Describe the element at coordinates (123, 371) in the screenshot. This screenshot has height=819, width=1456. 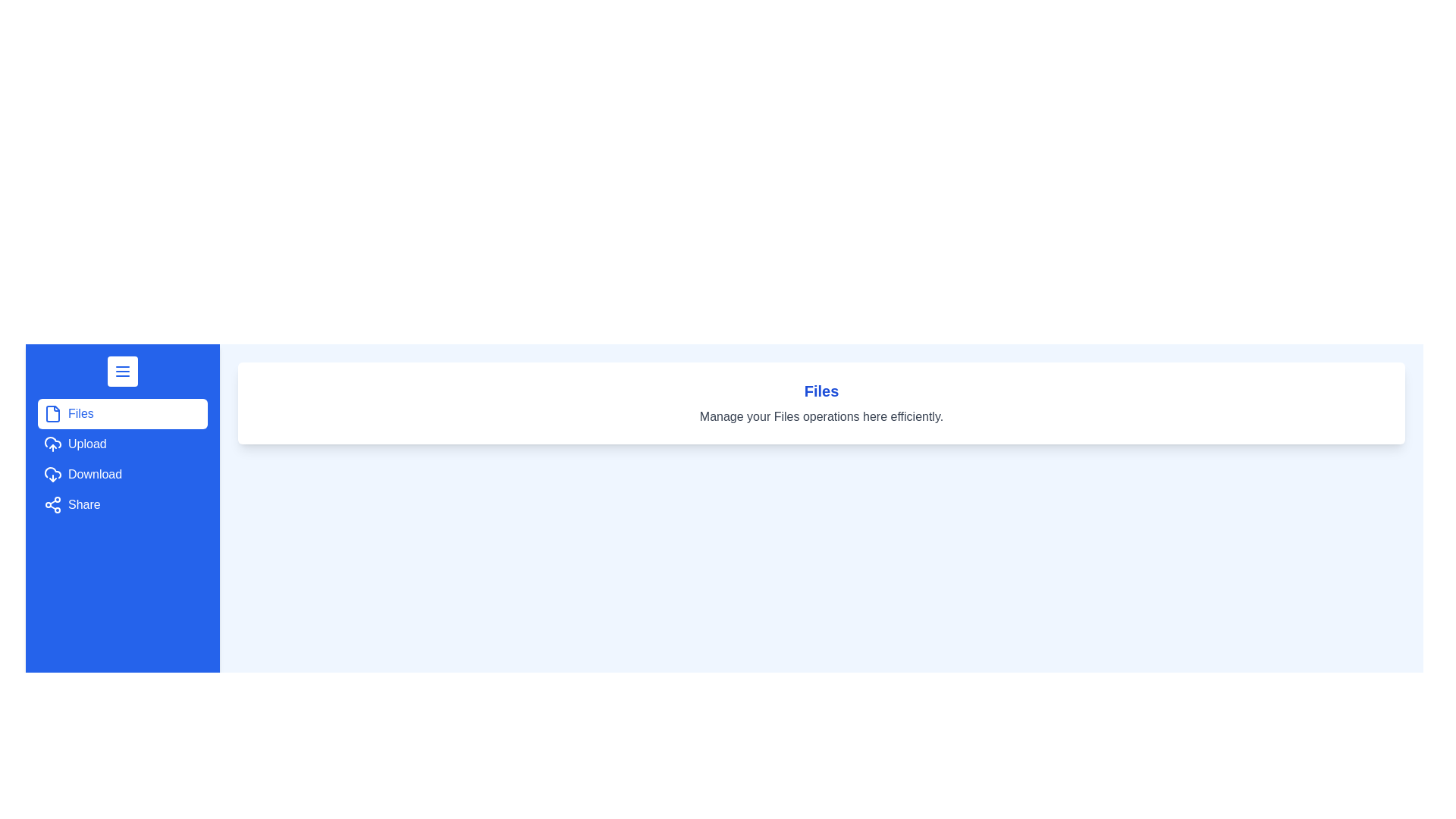
I see `toggle button to change the drawer state` at that location.